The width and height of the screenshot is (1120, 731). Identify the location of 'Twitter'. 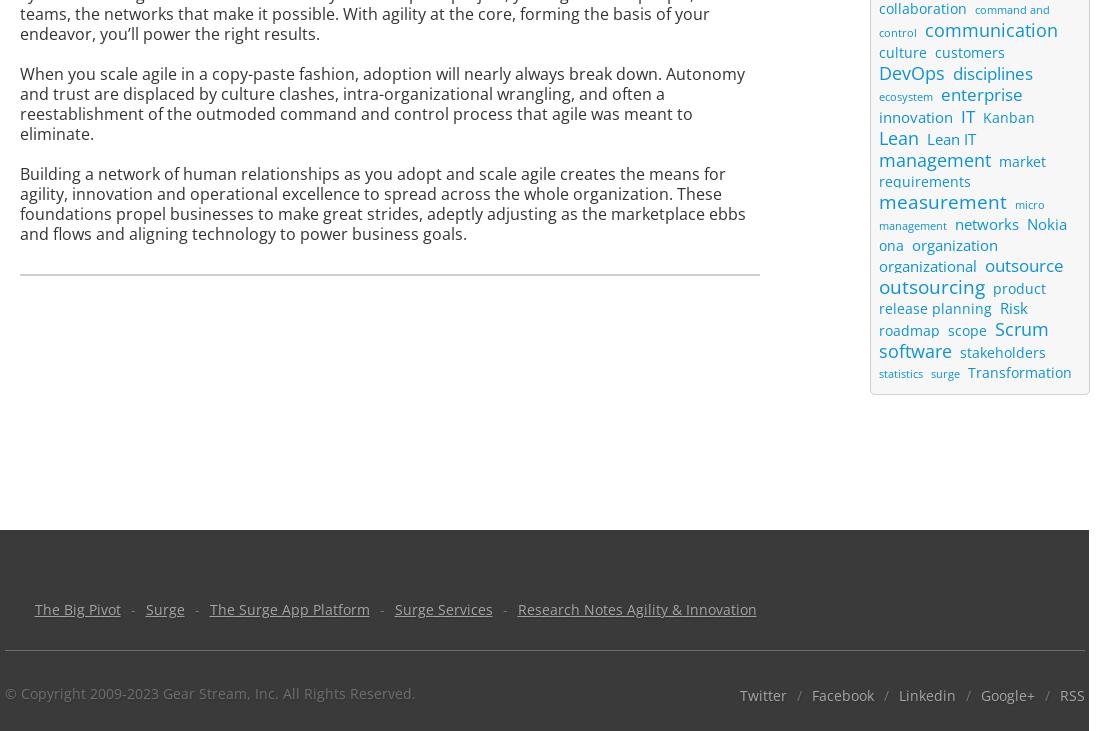
(762, 695).